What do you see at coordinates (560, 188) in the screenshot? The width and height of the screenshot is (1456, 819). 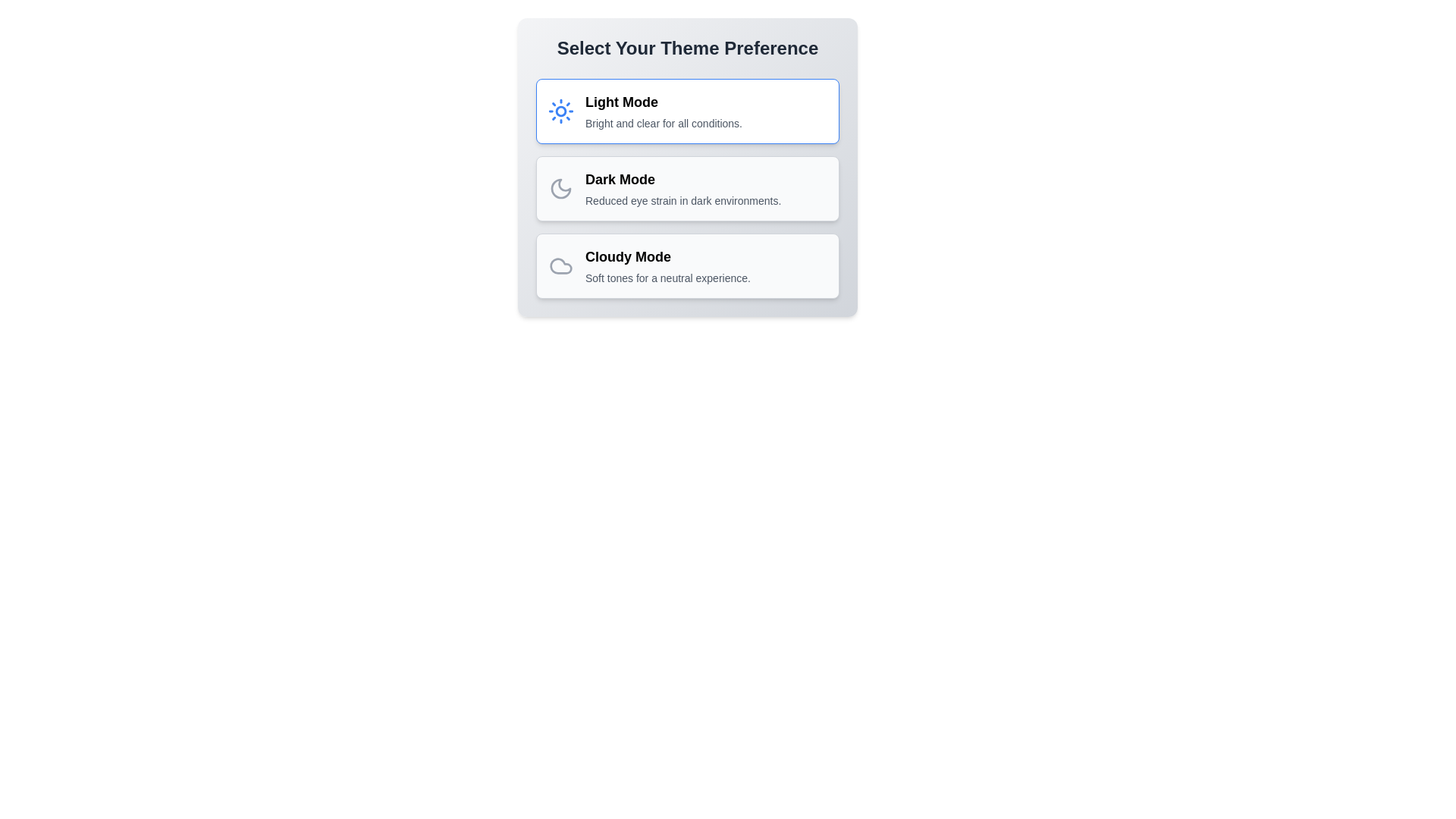 I see `the crescent moon icon in the 'Dark Mode' option of the user interface, which is positioned to the left of the 'Dark Mode' text` at bounding box center [560, 188].